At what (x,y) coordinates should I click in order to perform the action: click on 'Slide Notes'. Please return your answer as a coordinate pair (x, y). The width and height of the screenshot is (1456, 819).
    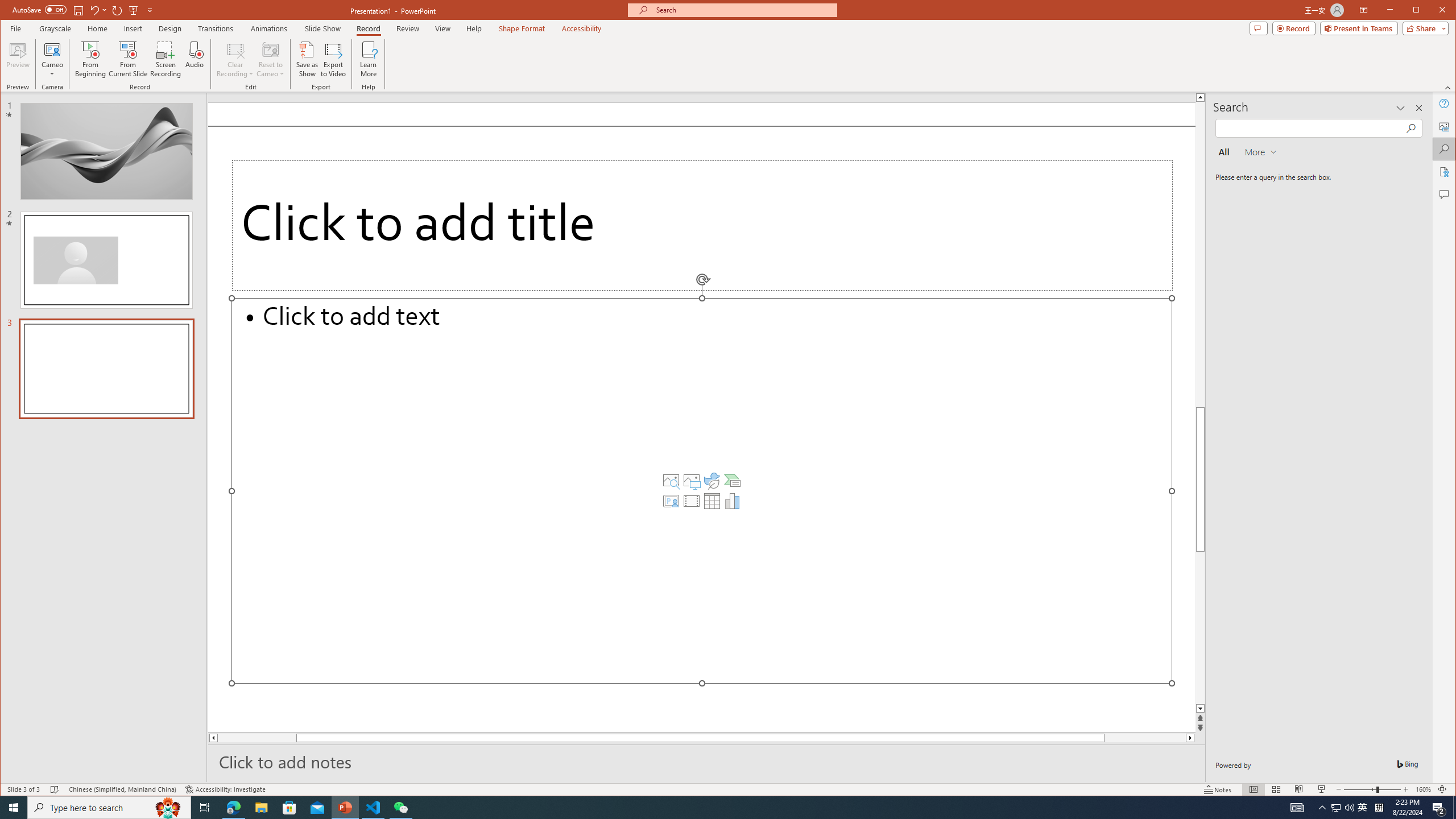
    Looking at the image, I should click on (706, 760).